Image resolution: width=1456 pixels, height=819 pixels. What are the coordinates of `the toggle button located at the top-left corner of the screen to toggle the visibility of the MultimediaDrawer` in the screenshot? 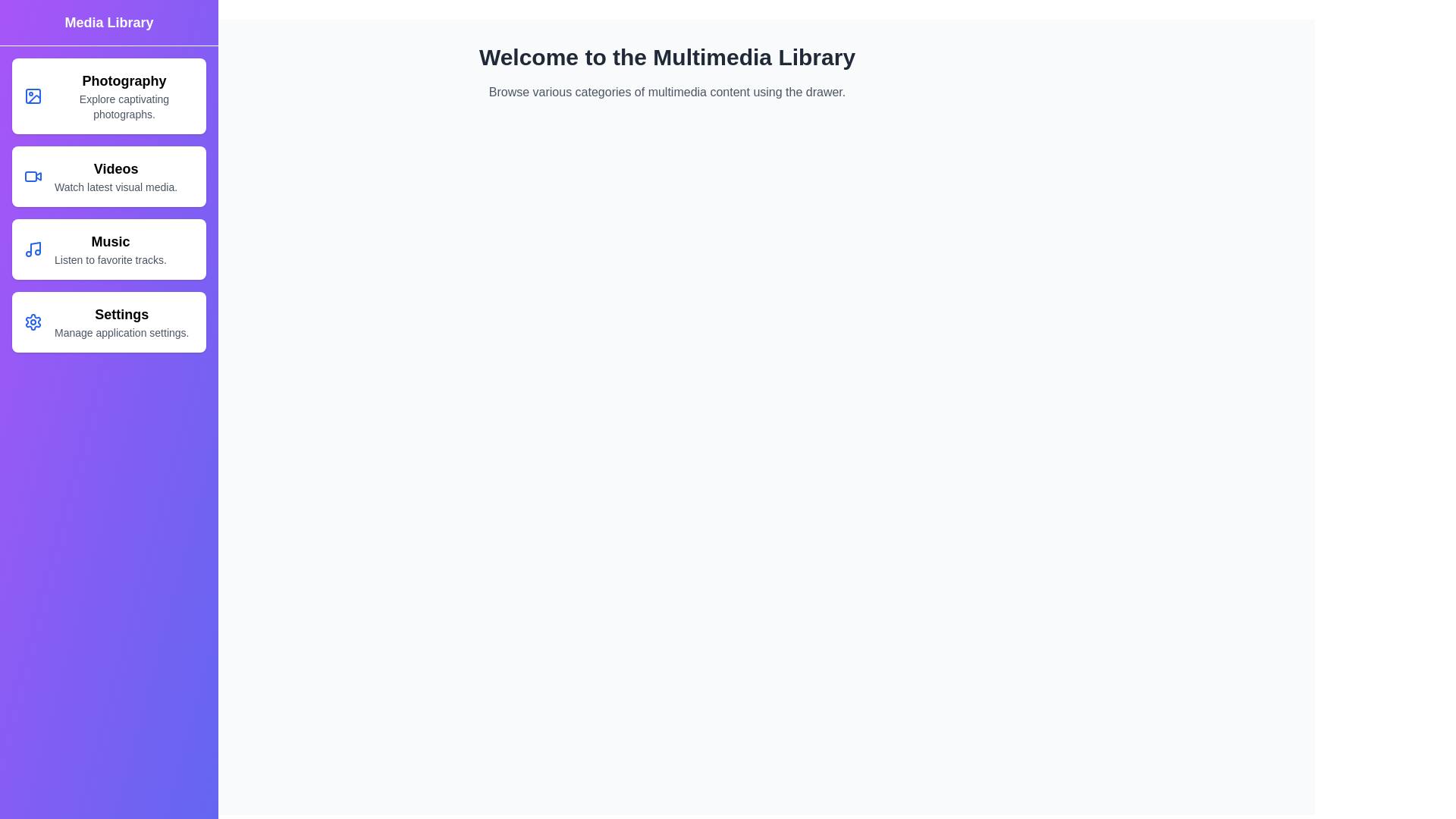 It's located at (32, 32).